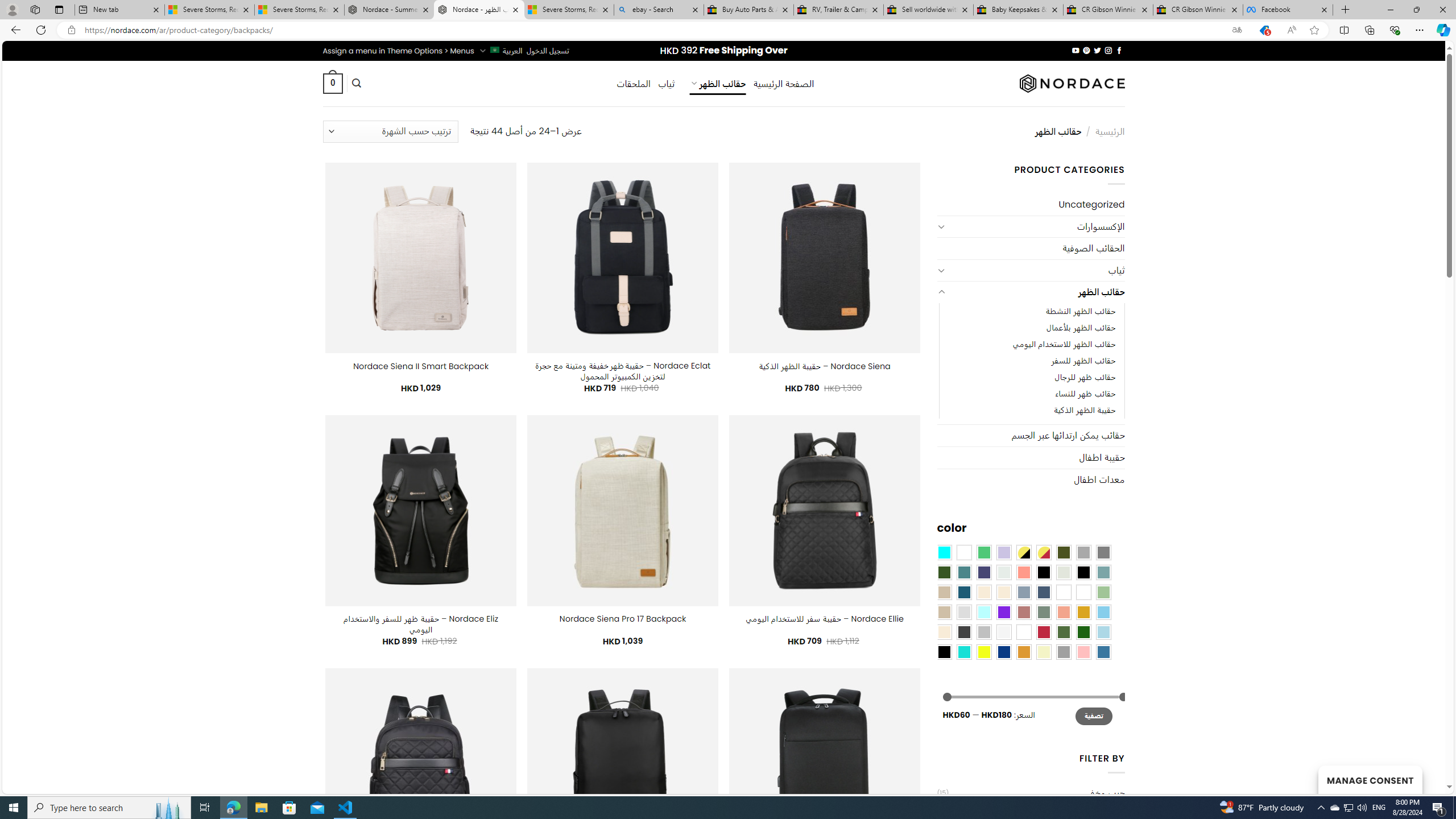 The width and height of the screenshot is (1456, 819). I want to click on 'Capri Blue', so click(963, 592).